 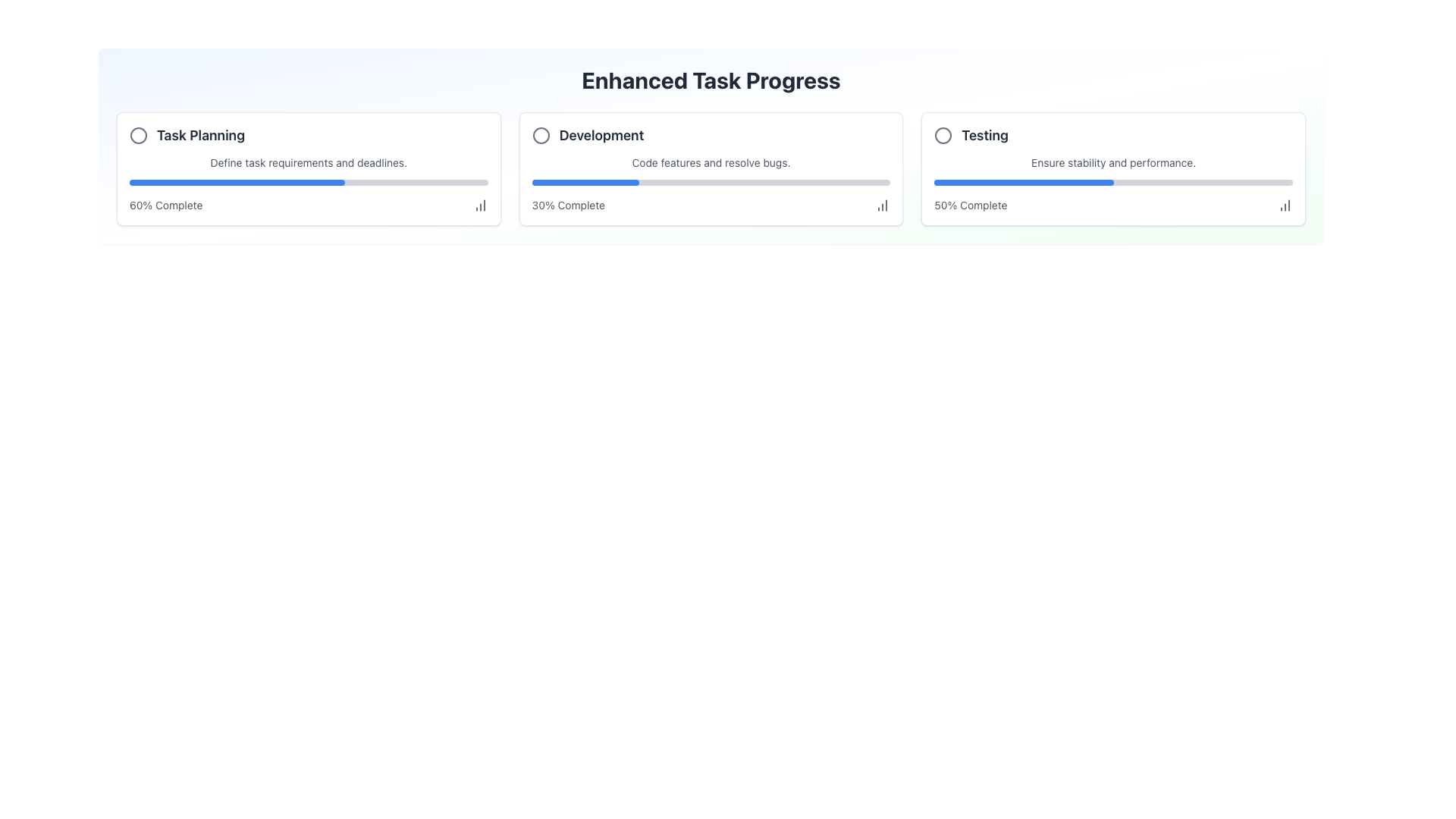 I want to click on the progress level of the horizontal progress bar located in the 'Testing' section, which is filled halfway and positioned between the text 'Ensure stability and performance.' and the label '50% Complete', so click(x=1113, y=181).